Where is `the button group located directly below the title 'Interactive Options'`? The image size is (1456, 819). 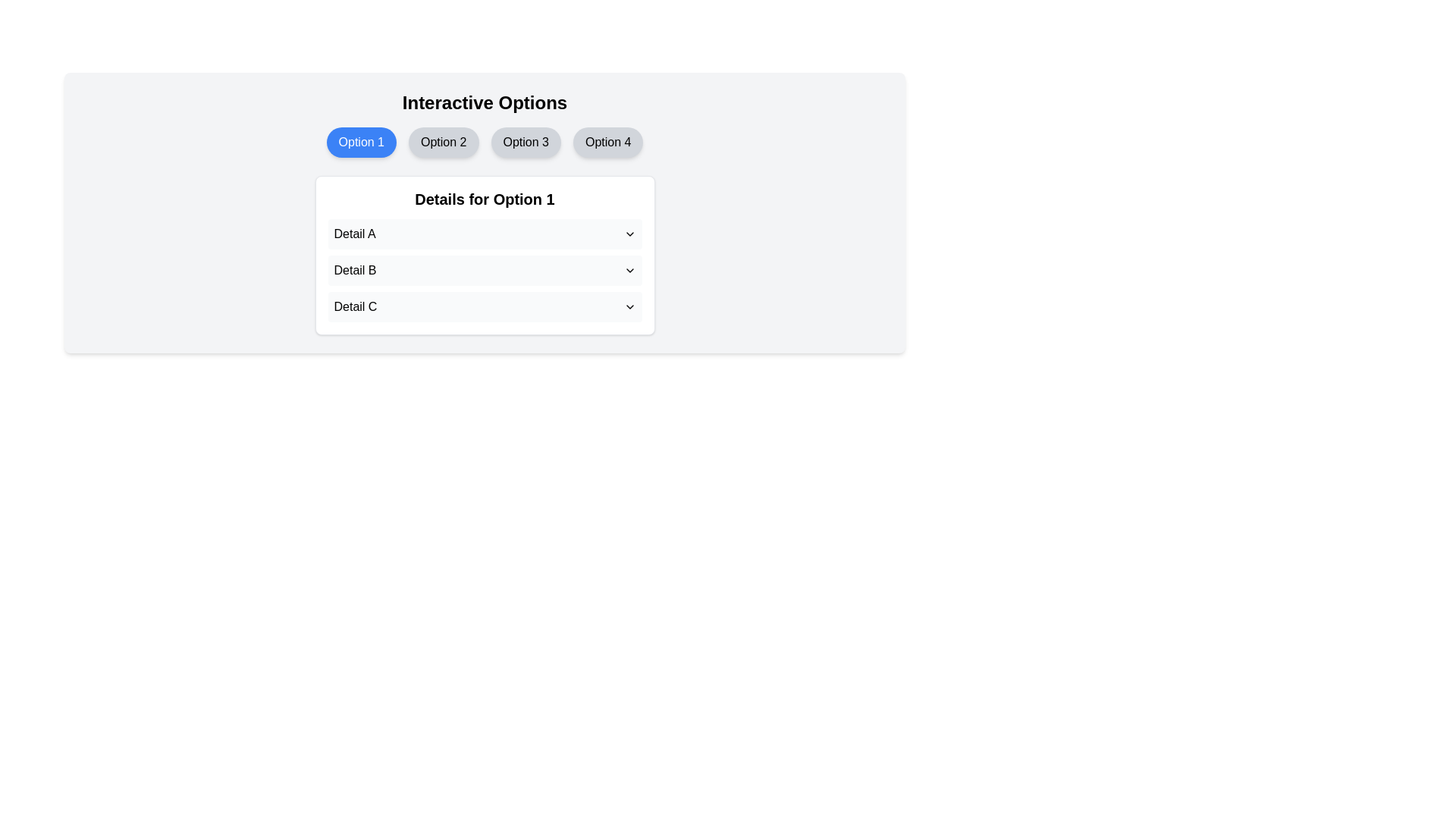 the button group located directly below the title 'Interactive Options' is located at coordinates (484, 143).